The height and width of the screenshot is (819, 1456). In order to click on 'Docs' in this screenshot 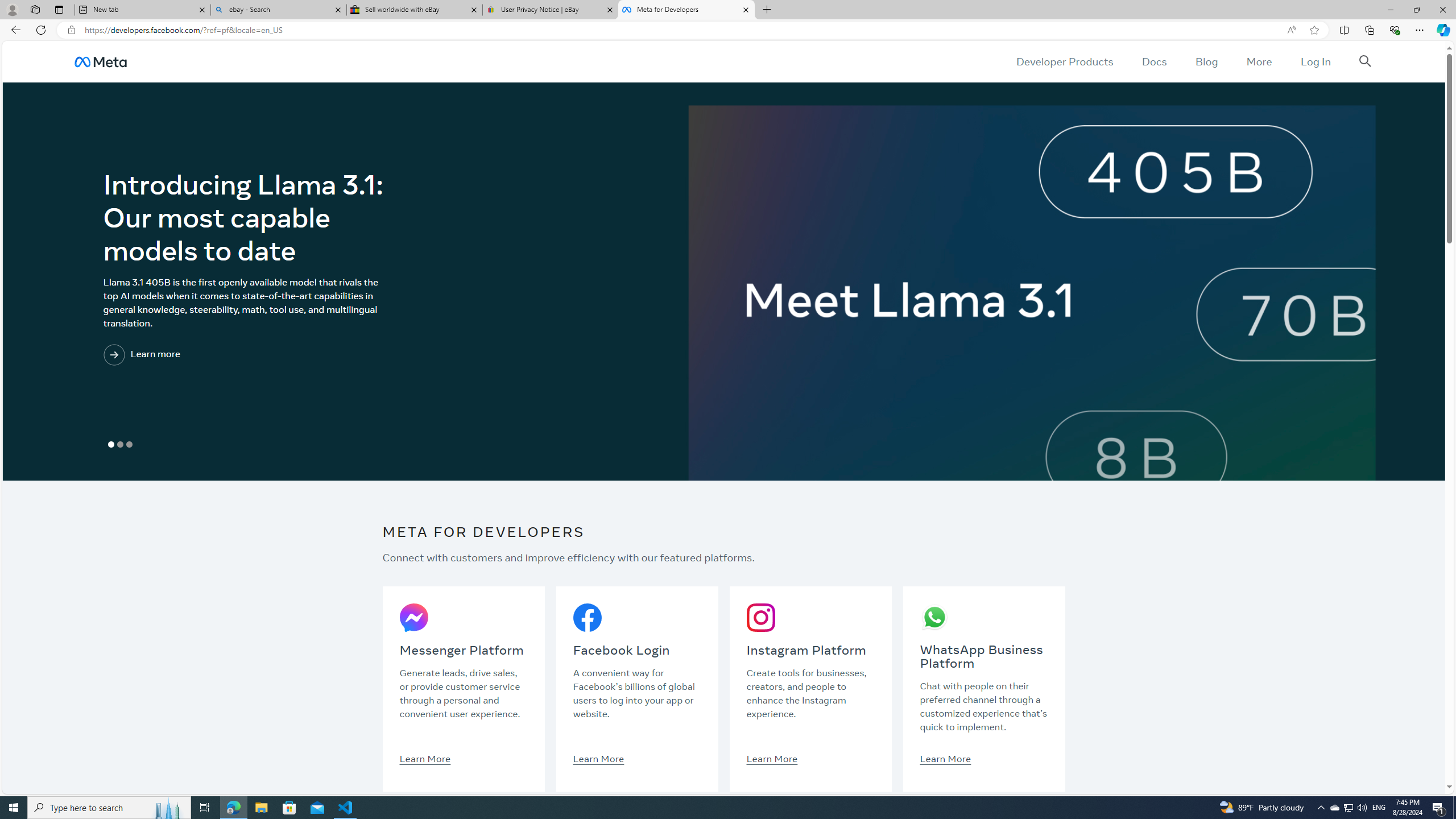, I will do `click(1153, 61)`.